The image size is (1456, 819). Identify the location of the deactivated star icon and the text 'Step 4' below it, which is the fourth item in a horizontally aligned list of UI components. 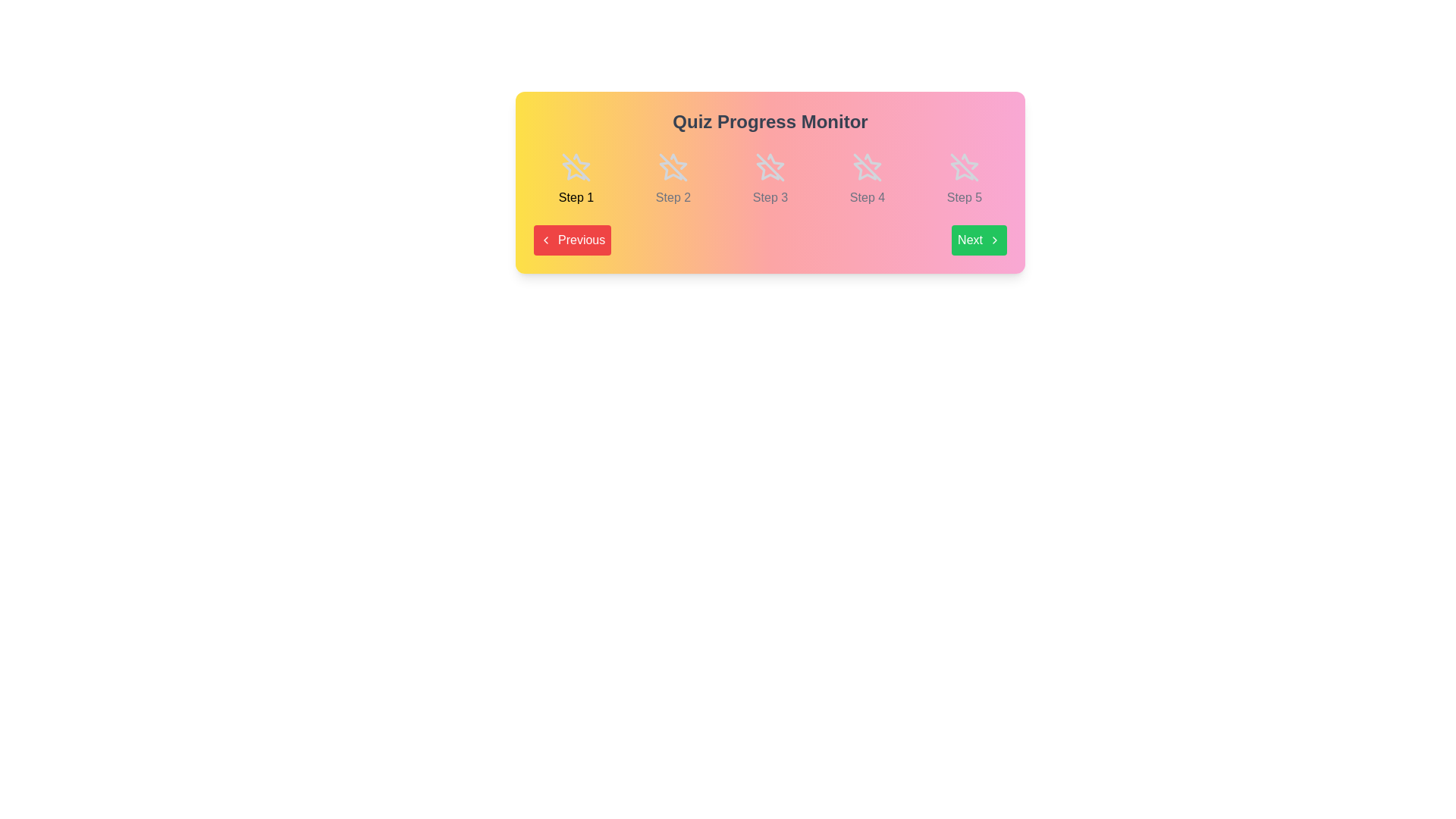
(867, 178).